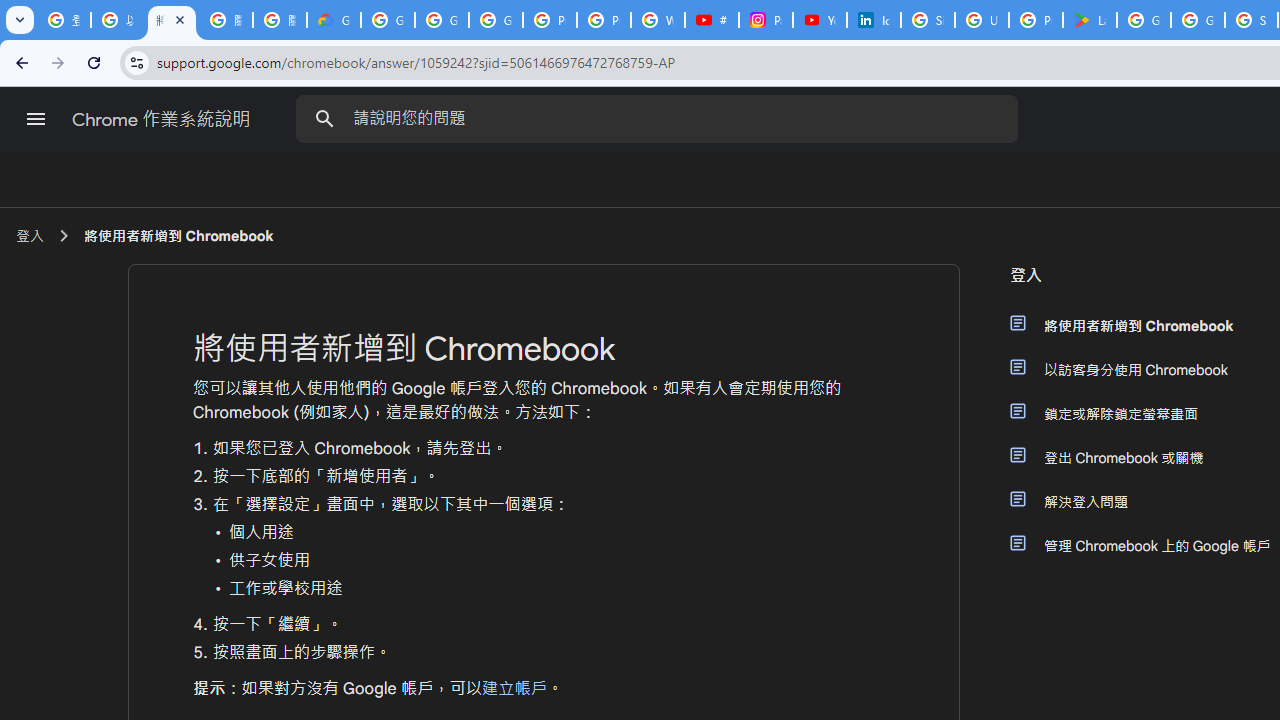 The width and height of the screenshot is (1280, 720). Describe the element at coordinates (58, 61) in the screenshot. I see `'Forward'` at that location.